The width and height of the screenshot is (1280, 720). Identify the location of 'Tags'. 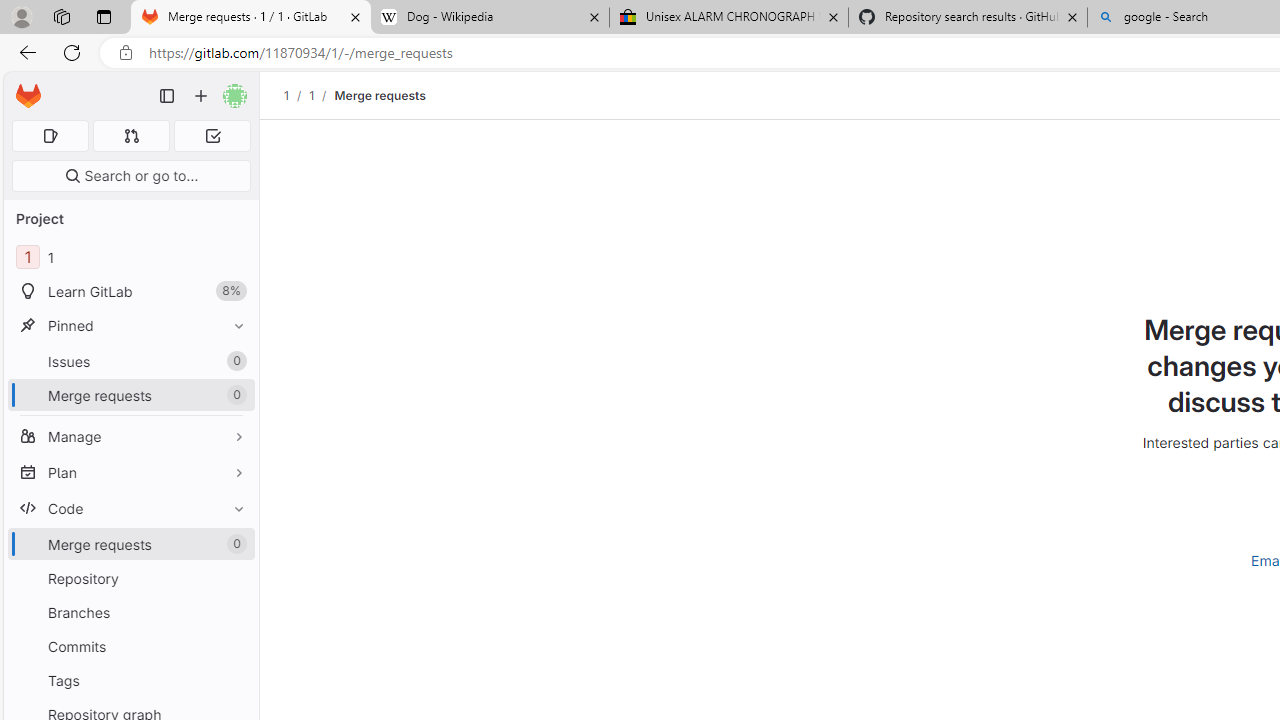
(130, 679).